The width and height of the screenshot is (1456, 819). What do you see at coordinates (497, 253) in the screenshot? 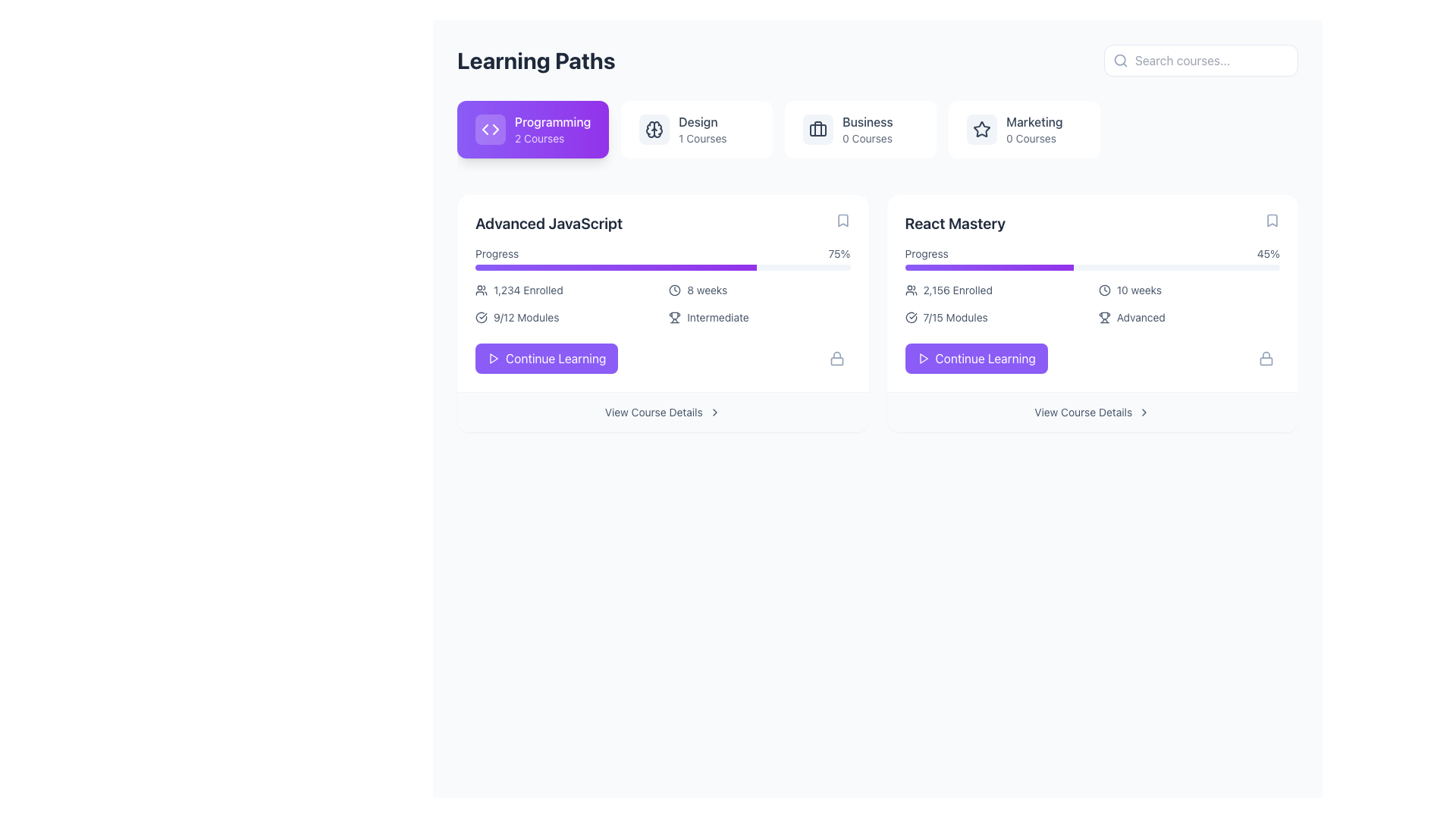
I see `the 'Progress' text label, which is part of the course progress section in the 'Advanced JavaScript' card under the 'Programming' section` at bounding box center [497, 253].